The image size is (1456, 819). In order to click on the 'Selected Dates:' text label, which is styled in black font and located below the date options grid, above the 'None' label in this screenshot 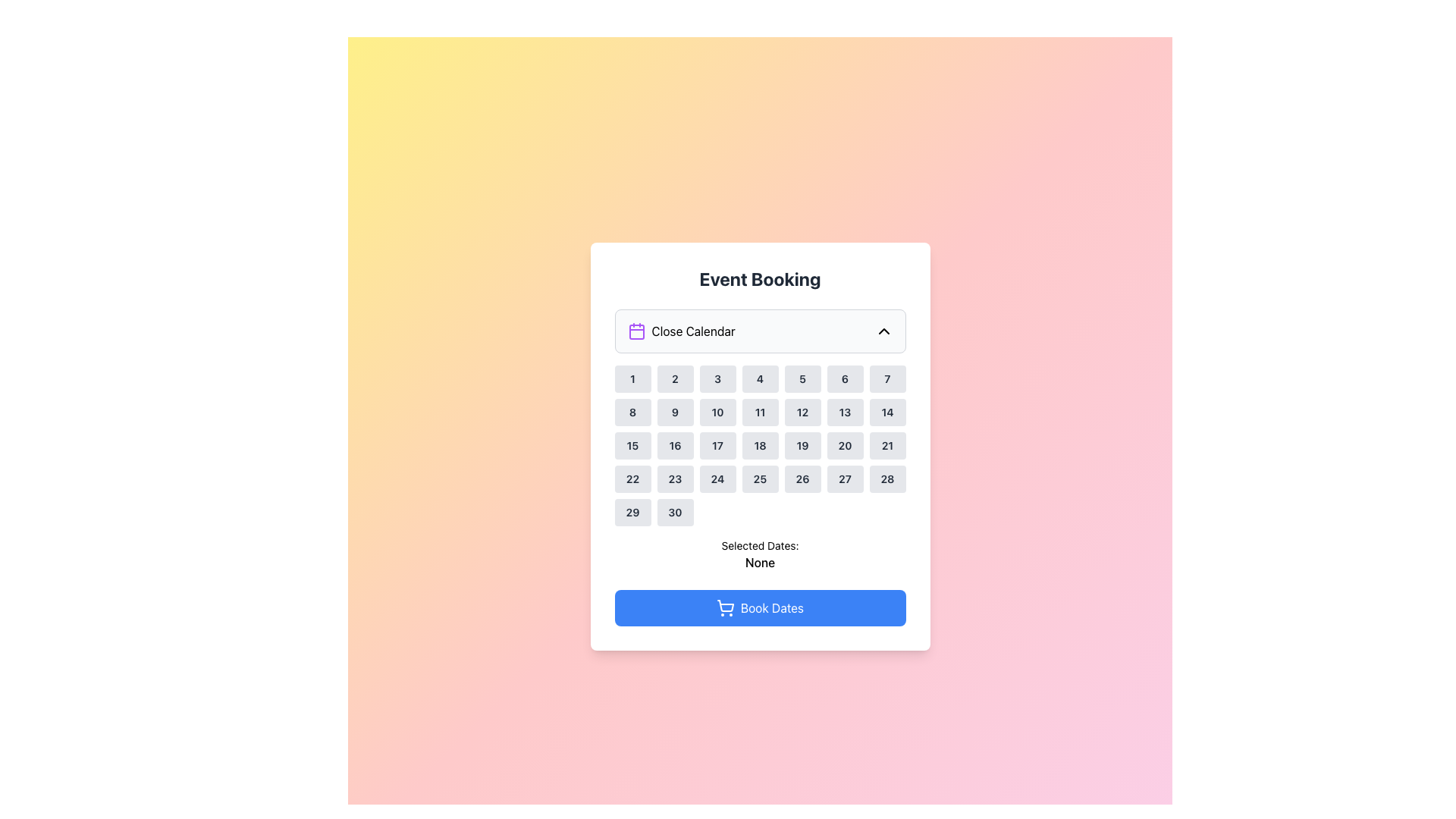, I will do `click(760, 546)`.